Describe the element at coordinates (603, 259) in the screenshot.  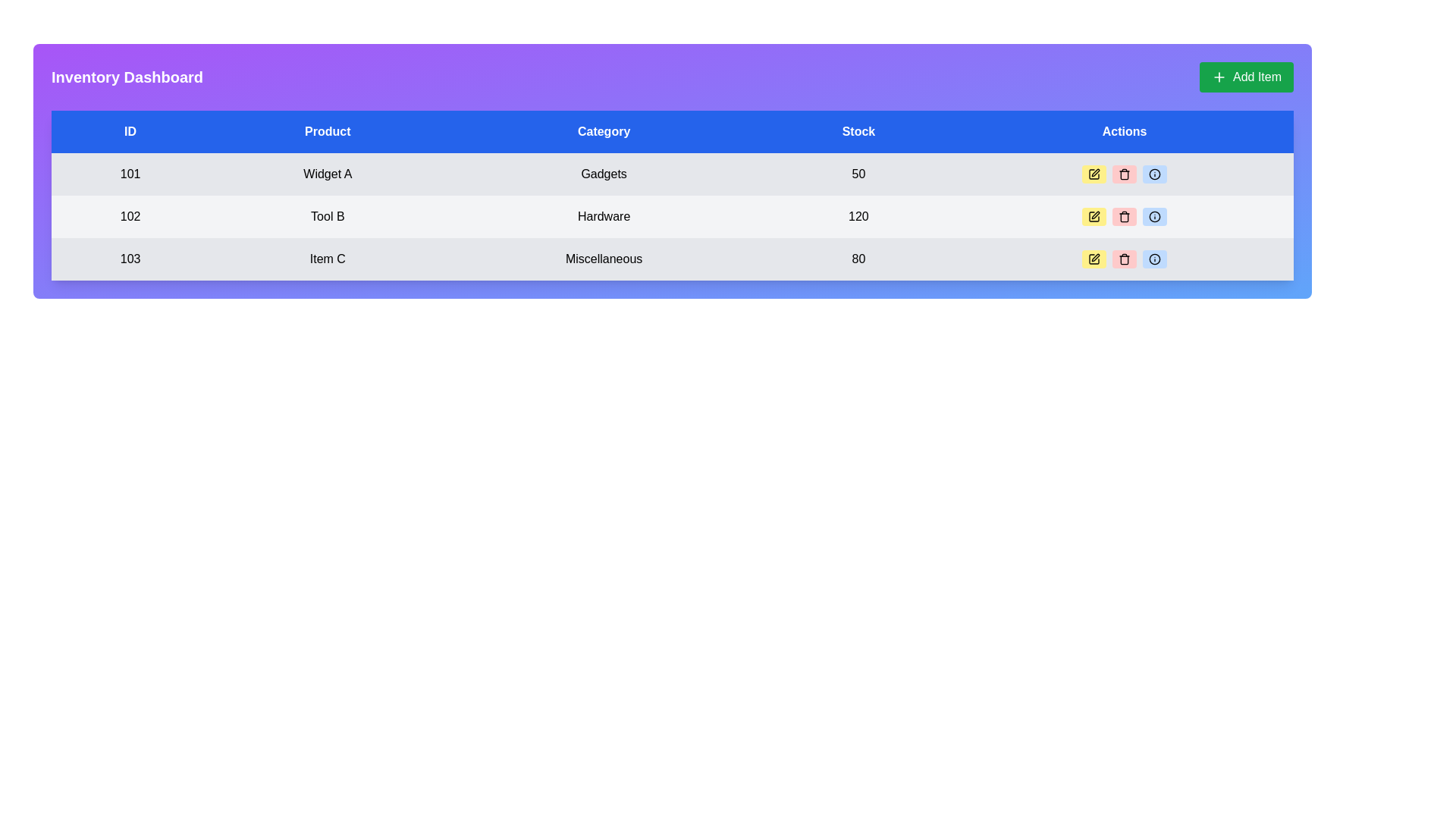
I see `the Text display field labeled 'Miscellaneous' in the third row and third column of the data table` at that location.